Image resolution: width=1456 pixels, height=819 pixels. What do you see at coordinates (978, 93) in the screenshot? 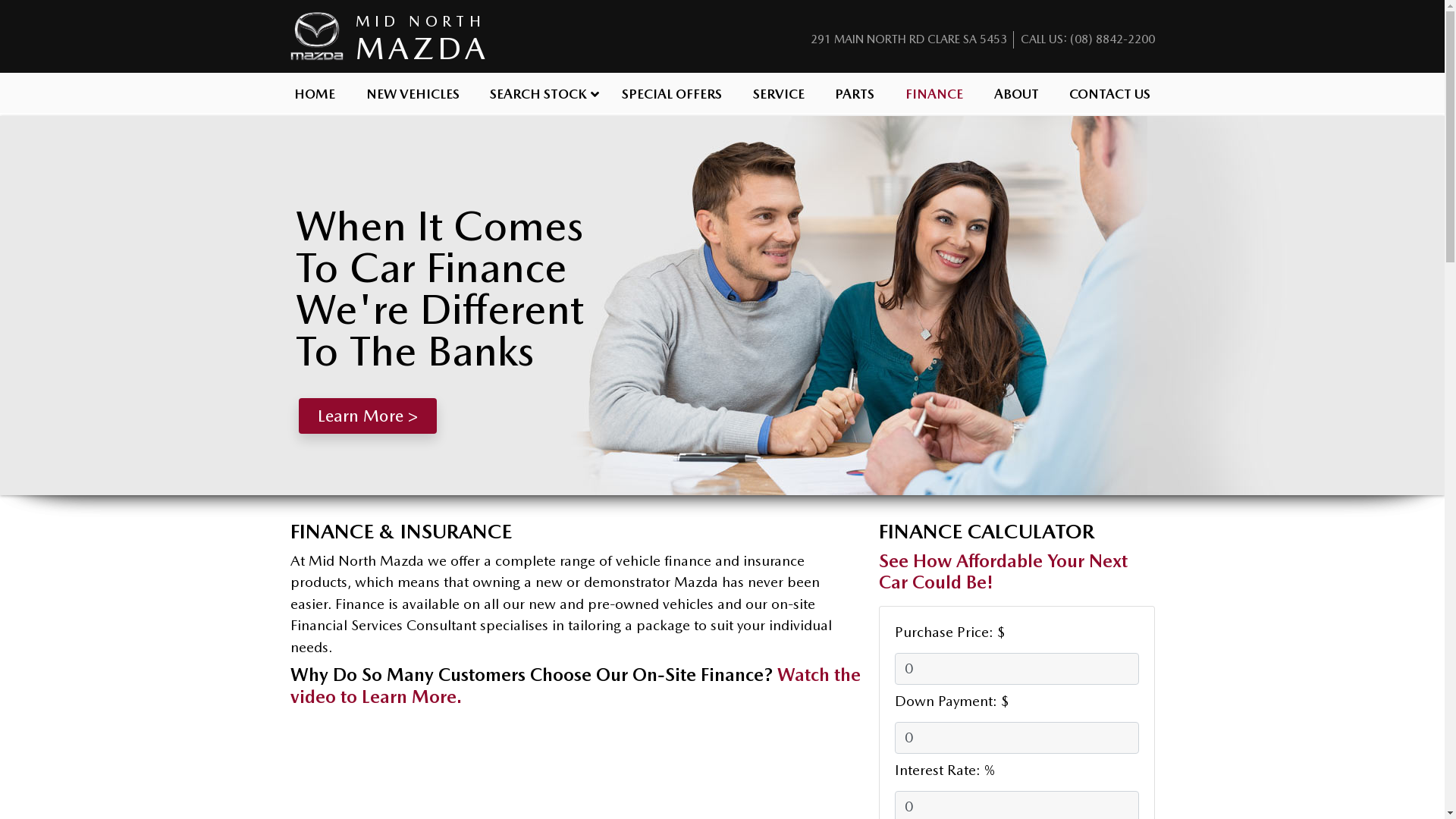
I see `'ABOUT'` at bounding box center [978, 93].